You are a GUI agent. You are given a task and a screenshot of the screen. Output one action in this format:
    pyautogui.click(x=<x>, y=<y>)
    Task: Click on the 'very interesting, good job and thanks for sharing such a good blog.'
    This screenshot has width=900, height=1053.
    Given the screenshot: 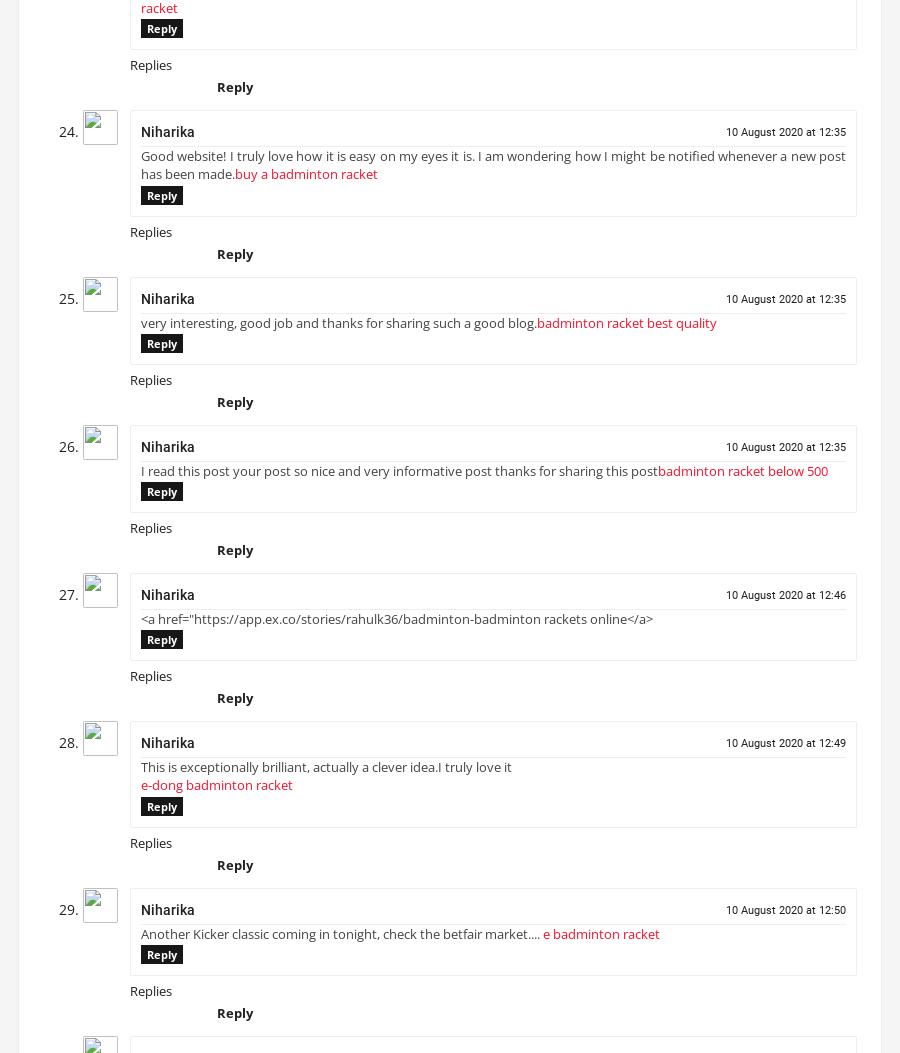 What is the action you would take?
    pyautogui.click(x=339, y=330)
    